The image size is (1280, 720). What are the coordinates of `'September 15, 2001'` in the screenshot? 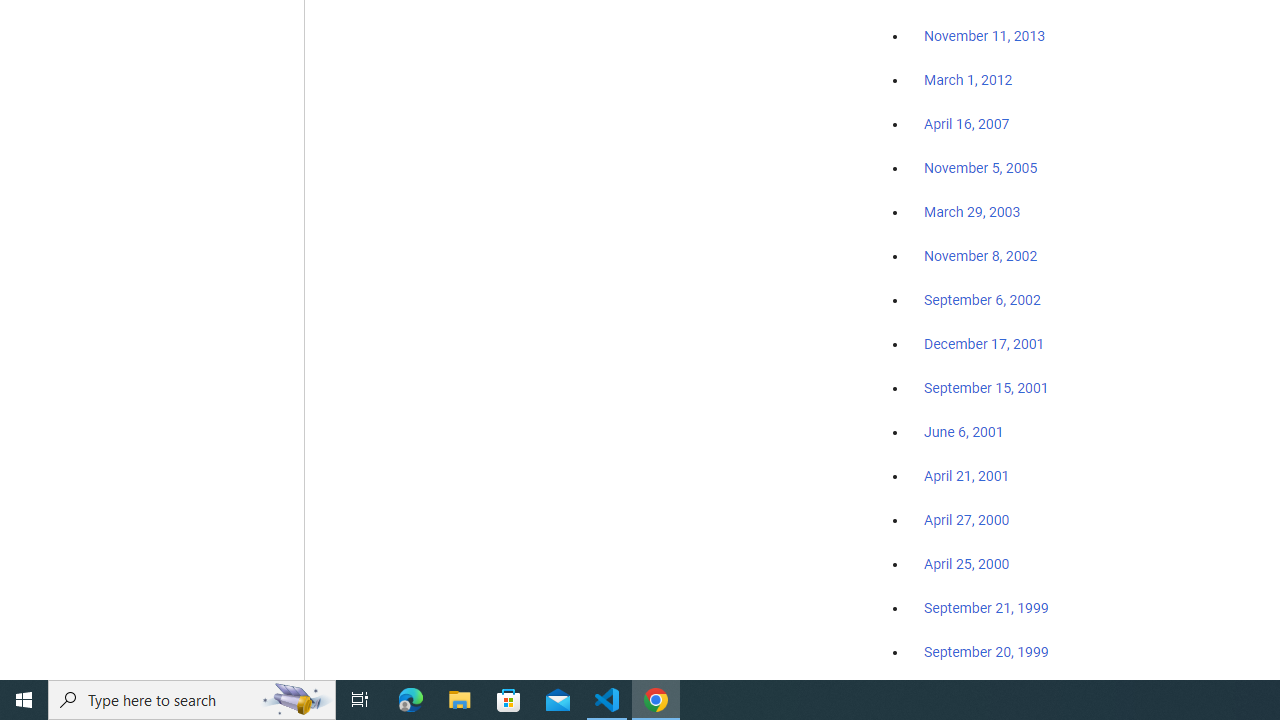 It's located at (986, 387).